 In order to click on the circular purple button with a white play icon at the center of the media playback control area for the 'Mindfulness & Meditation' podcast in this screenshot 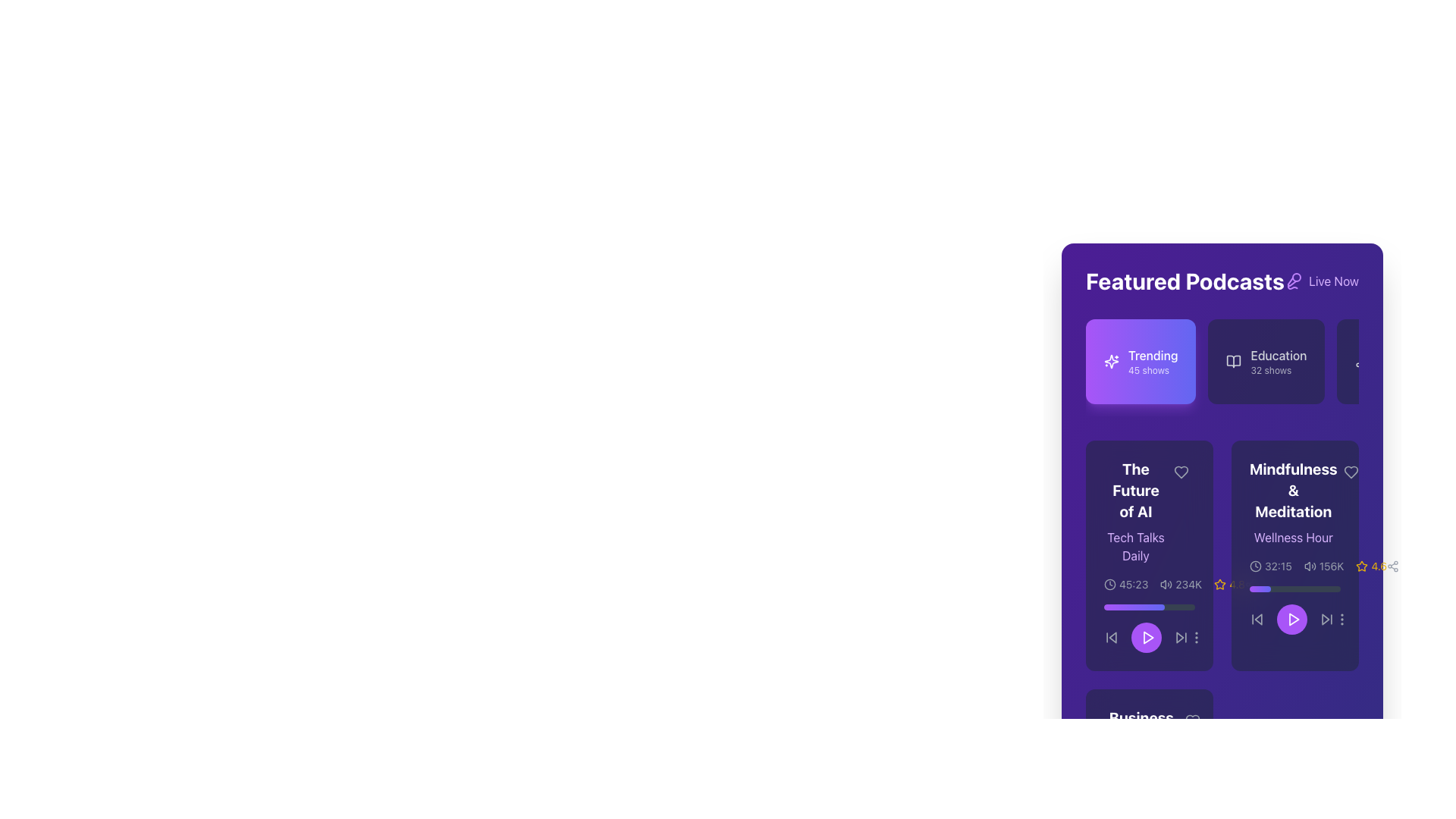, I will do `click(1291, 620)`.